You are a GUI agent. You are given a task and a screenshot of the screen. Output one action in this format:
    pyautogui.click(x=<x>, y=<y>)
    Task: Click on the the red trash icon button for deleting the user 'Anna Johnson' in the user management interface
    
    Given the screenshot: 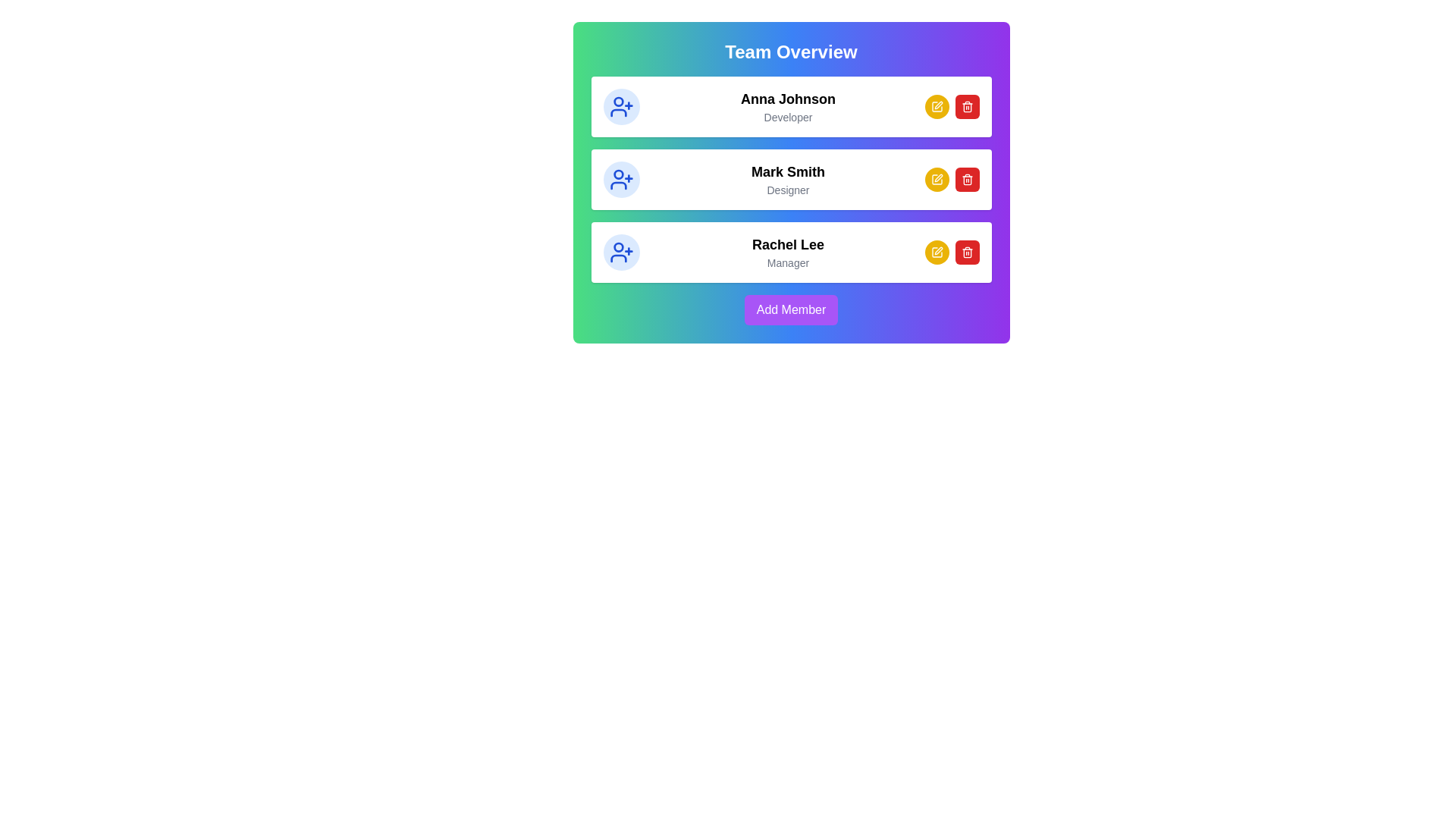 What is the action you would take?
    pyautogui.click(x=966, y=106)
    